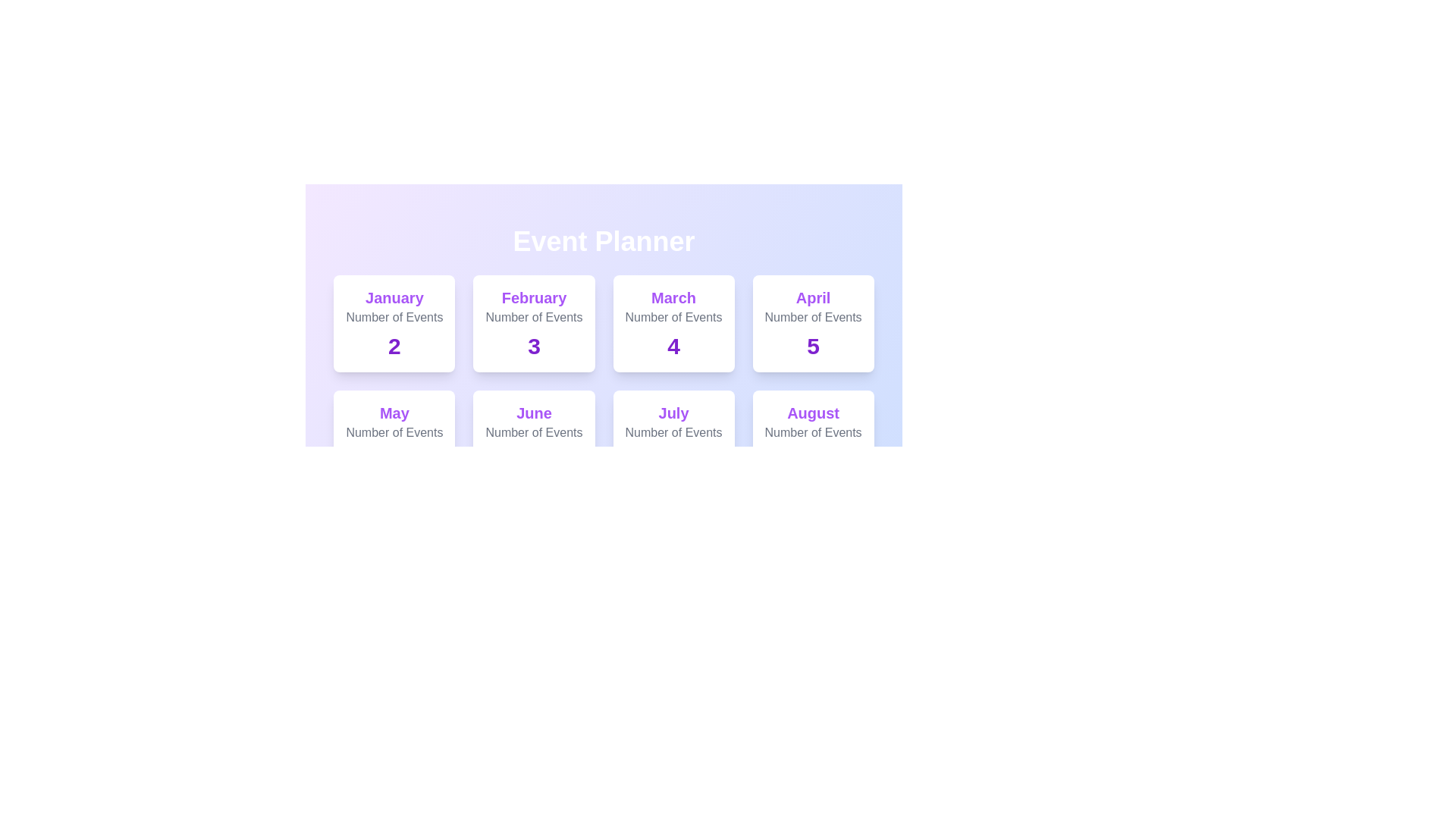  I want to click on the card representing June to view its details, so click(534, 438).